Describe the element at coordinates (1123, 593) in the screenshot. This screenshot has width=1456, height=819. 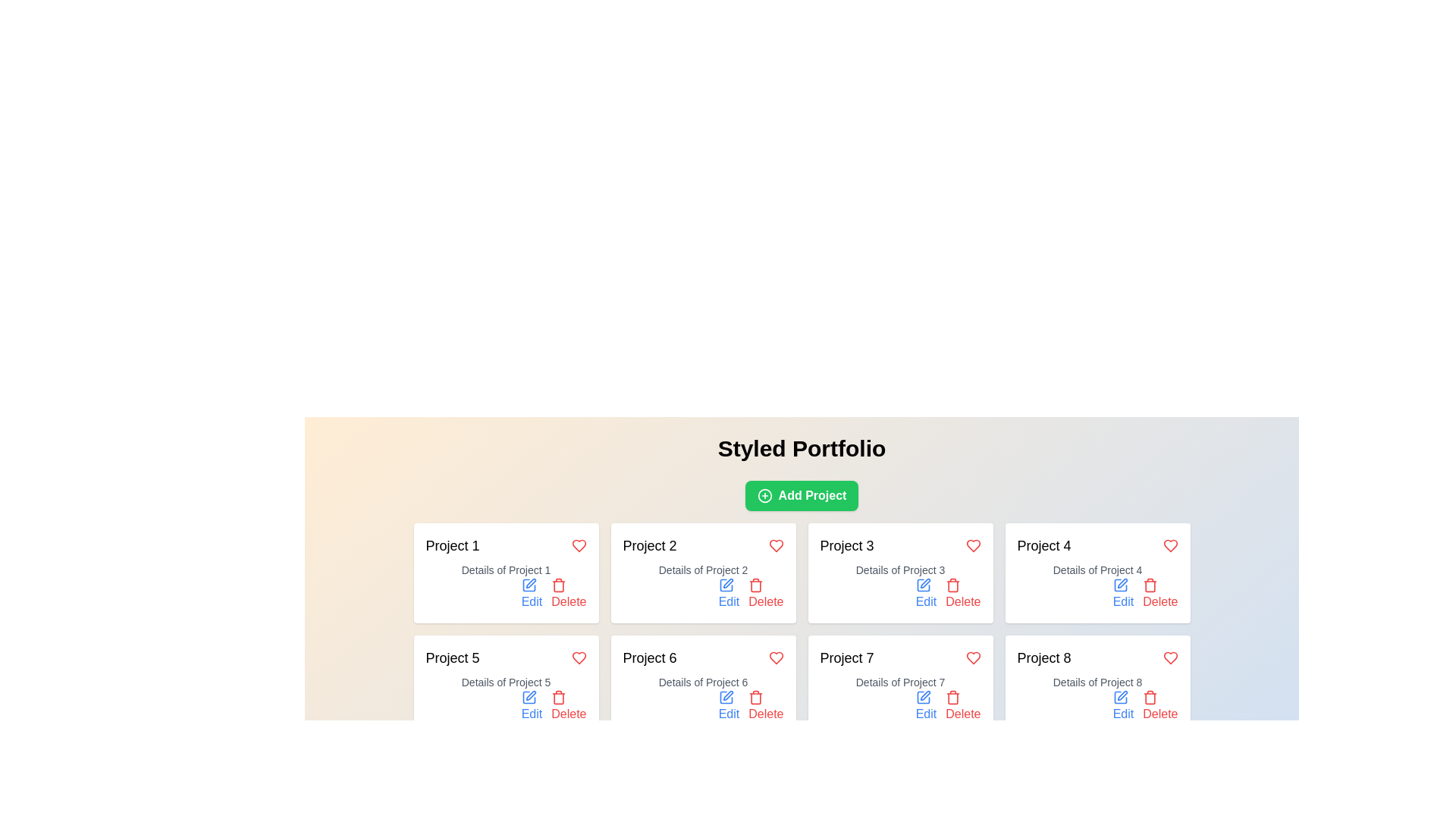
I see `the 'Edit' button located in the lower right corner of the 'Project 4' section to initiate the edit functionality` at that location.